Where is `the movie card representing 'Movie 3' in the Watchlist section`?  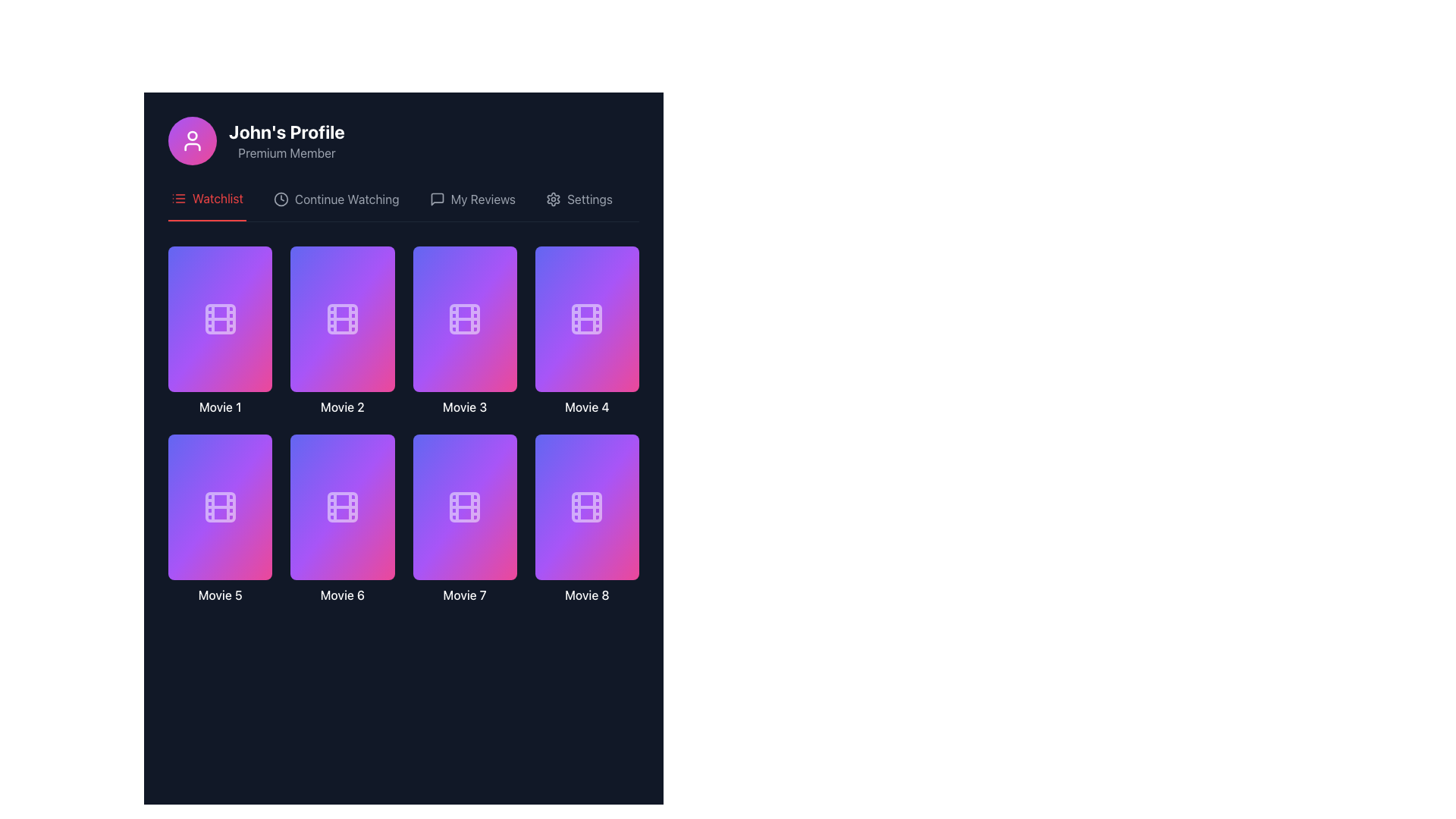 the movie card representing 'Movie 3' in the Watchlist section is located at coordinates (464, 330).